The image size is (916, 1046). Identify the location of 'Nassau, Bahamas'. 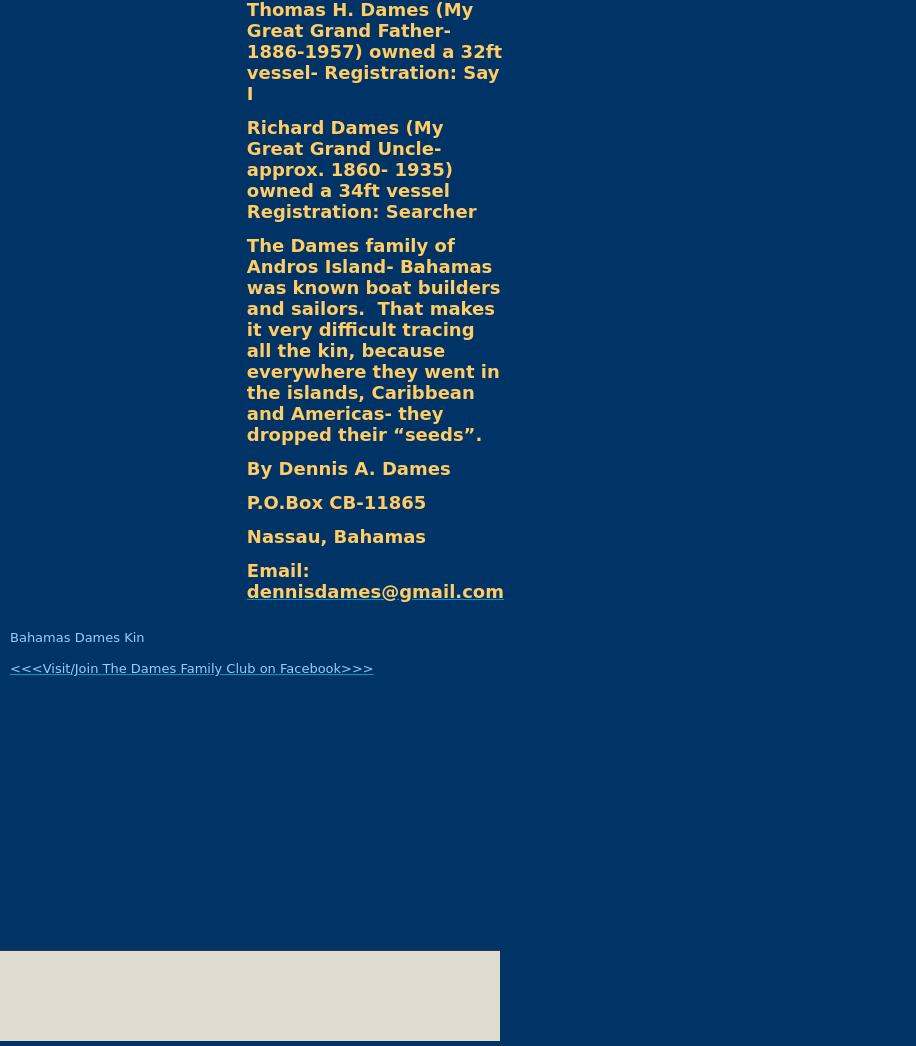
(334, 535).